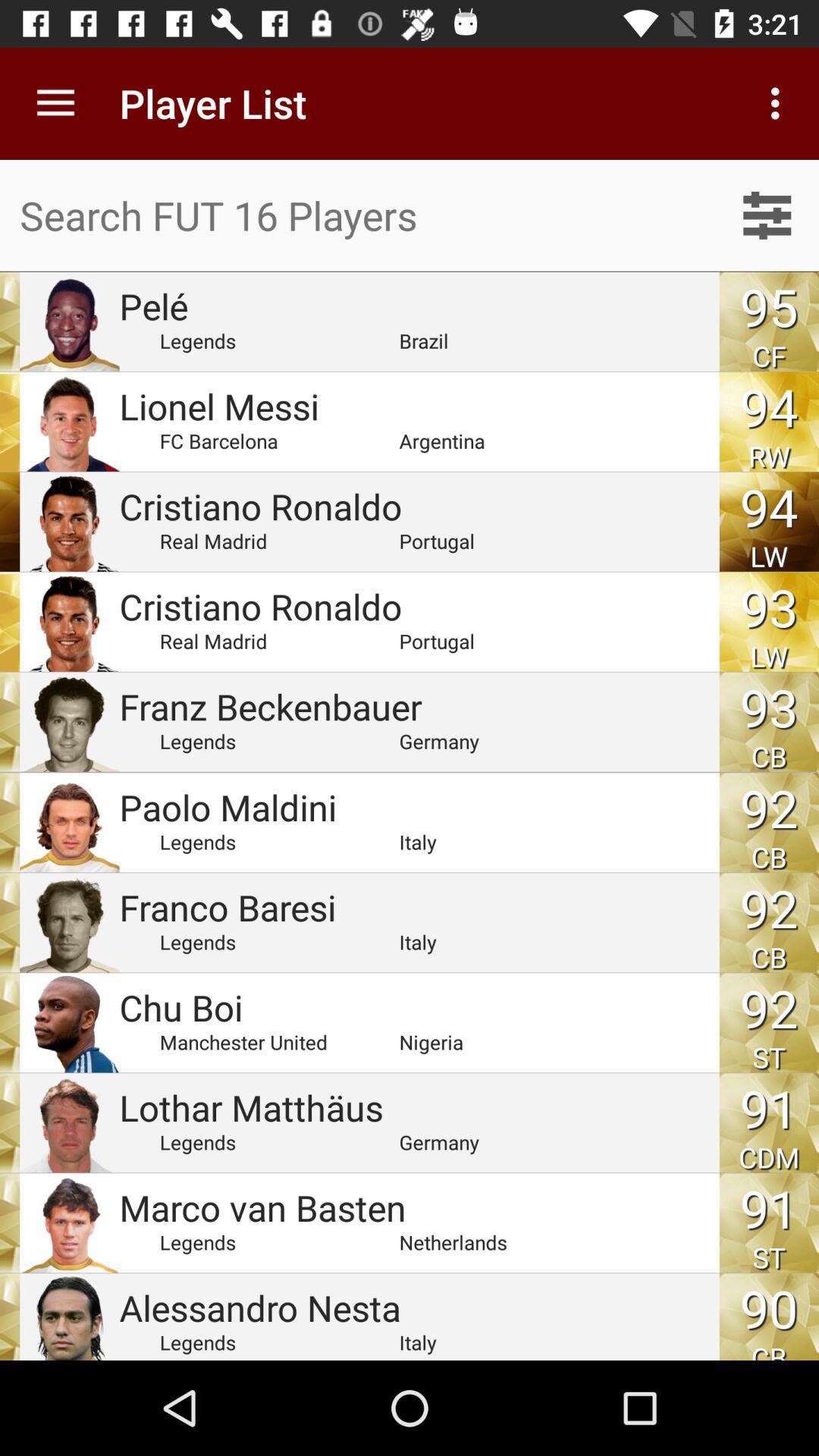 The image size is (819, 1456). What do you see at coordinates (767, 215) in the screenshot?
I see `the sliders icon` at bounding box center [767, 215].